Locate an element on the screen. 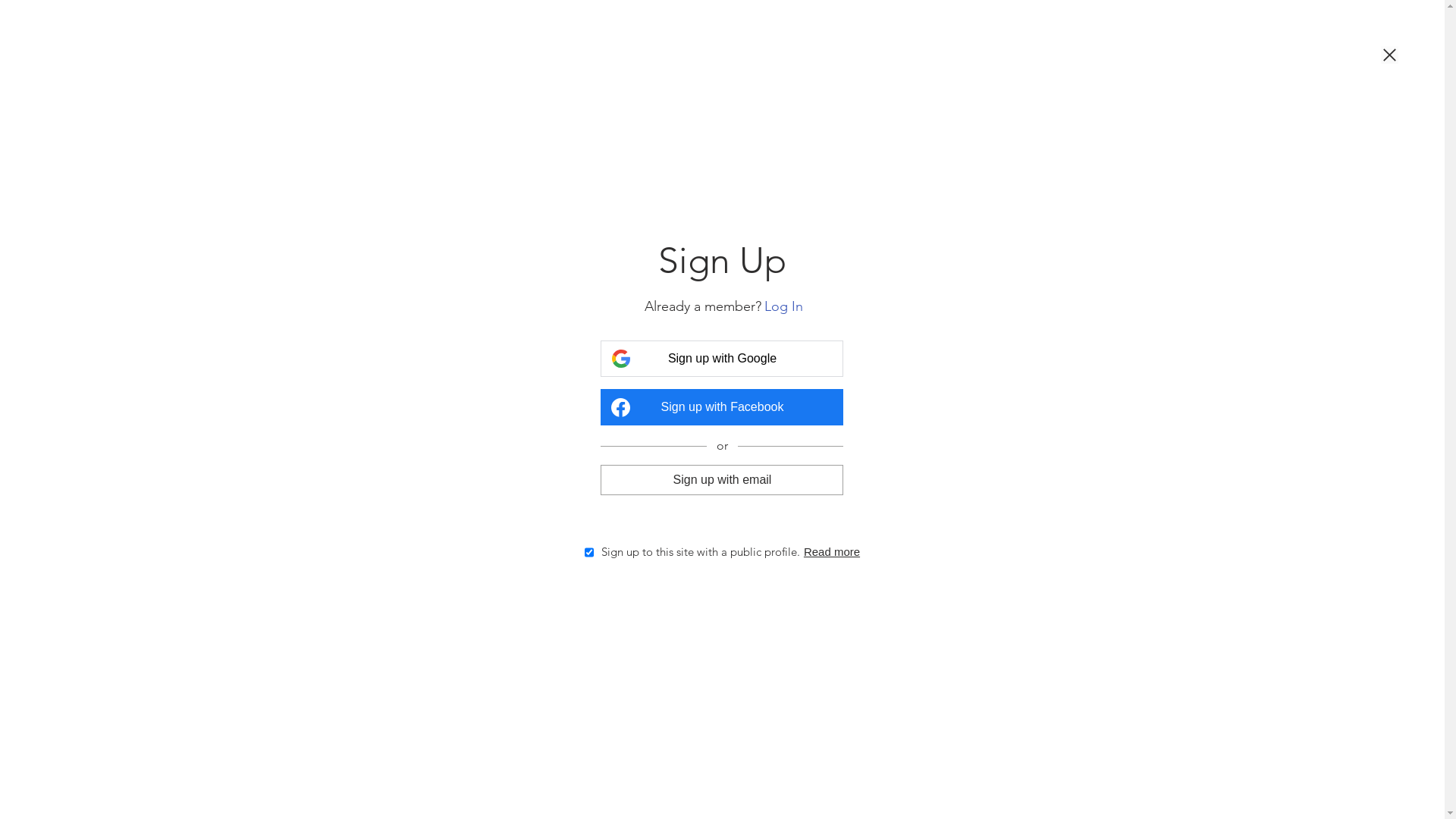 Image resolution: width=1456 pixels, height=819 pixels. 'Log In' is located at coordinates (764, 306).